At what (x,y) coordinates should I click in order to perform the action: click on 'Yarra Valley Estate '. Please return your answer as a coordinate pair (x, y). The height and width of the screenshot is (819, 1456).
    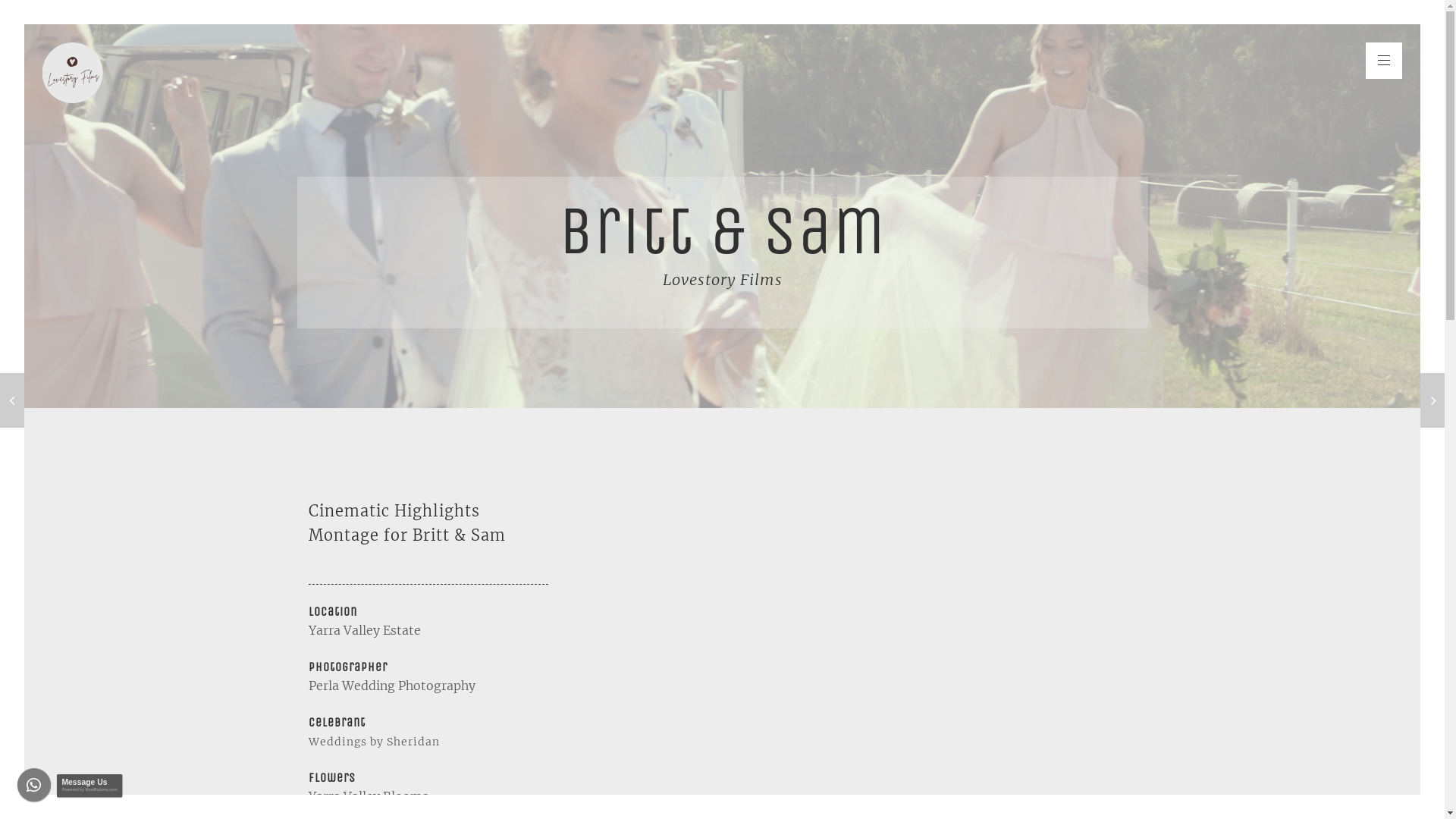
    Looking at the image, I should click on (365, 629).